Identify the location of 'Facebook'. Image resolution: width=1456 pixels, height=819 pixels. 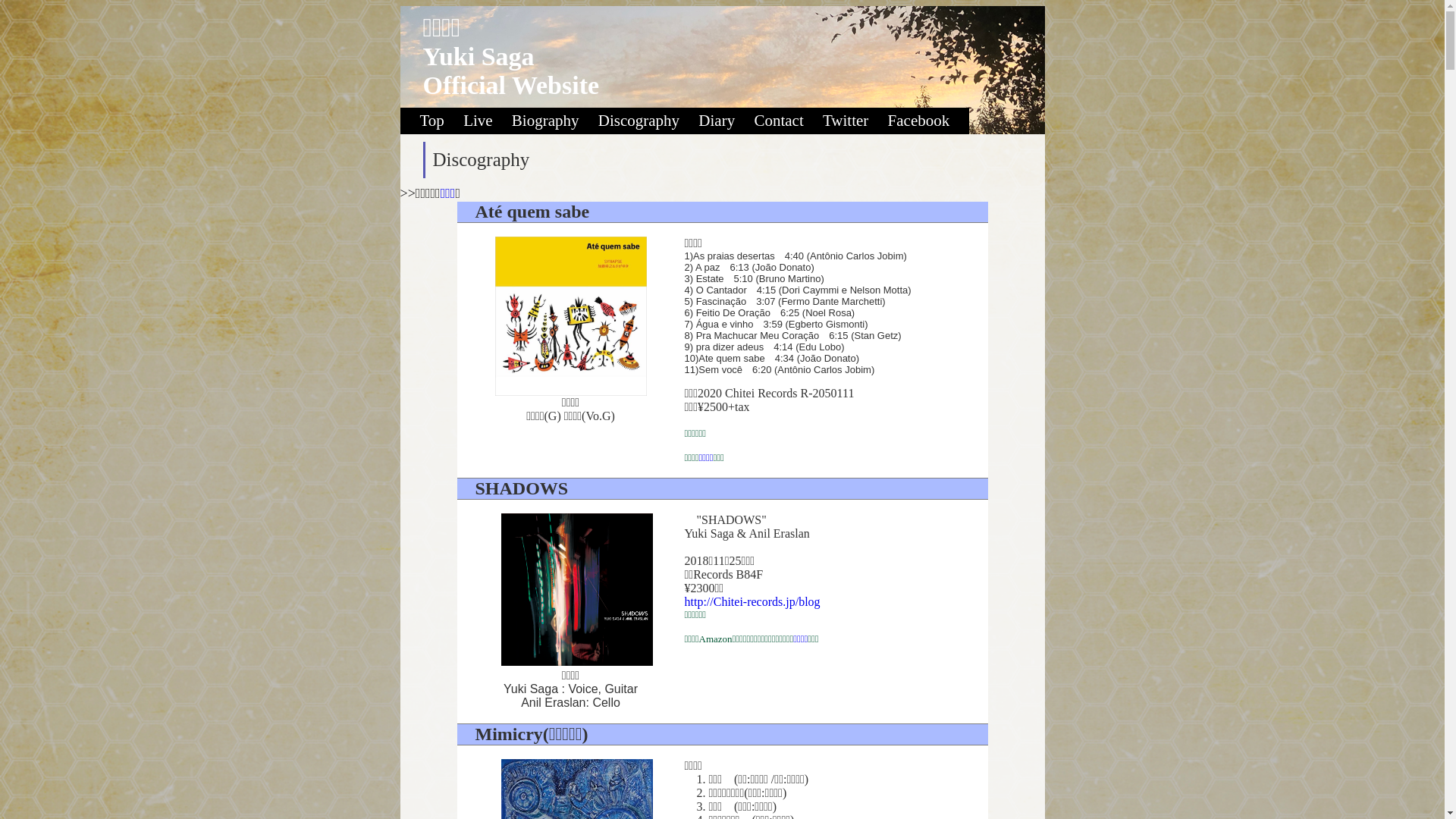
(926, 119).